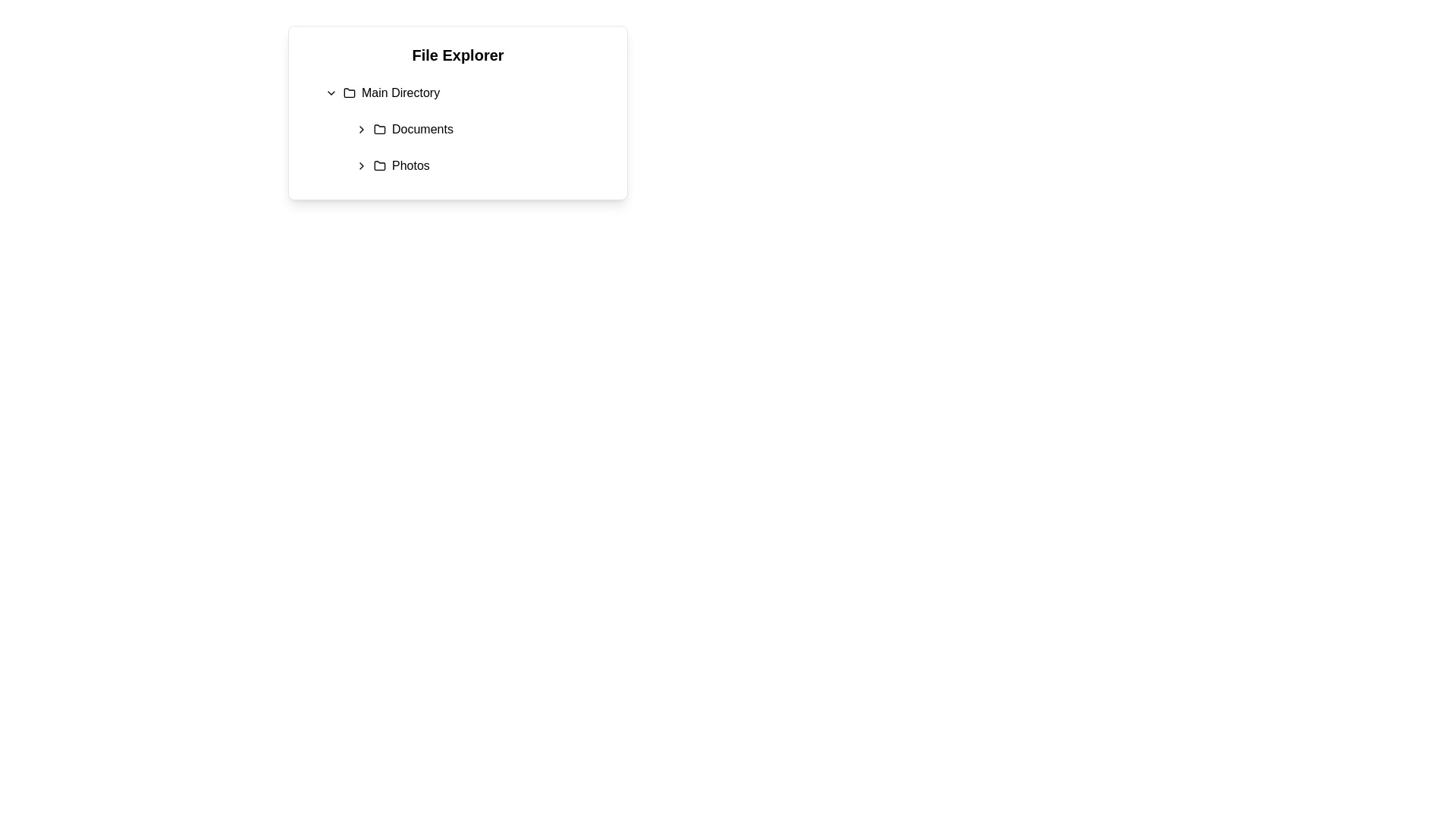 The height and width of the screenshot is (819, 1456). Describe the element at coordinates (422, 128) in the screenshot. I see `the 'Documents' folder label` at that location.